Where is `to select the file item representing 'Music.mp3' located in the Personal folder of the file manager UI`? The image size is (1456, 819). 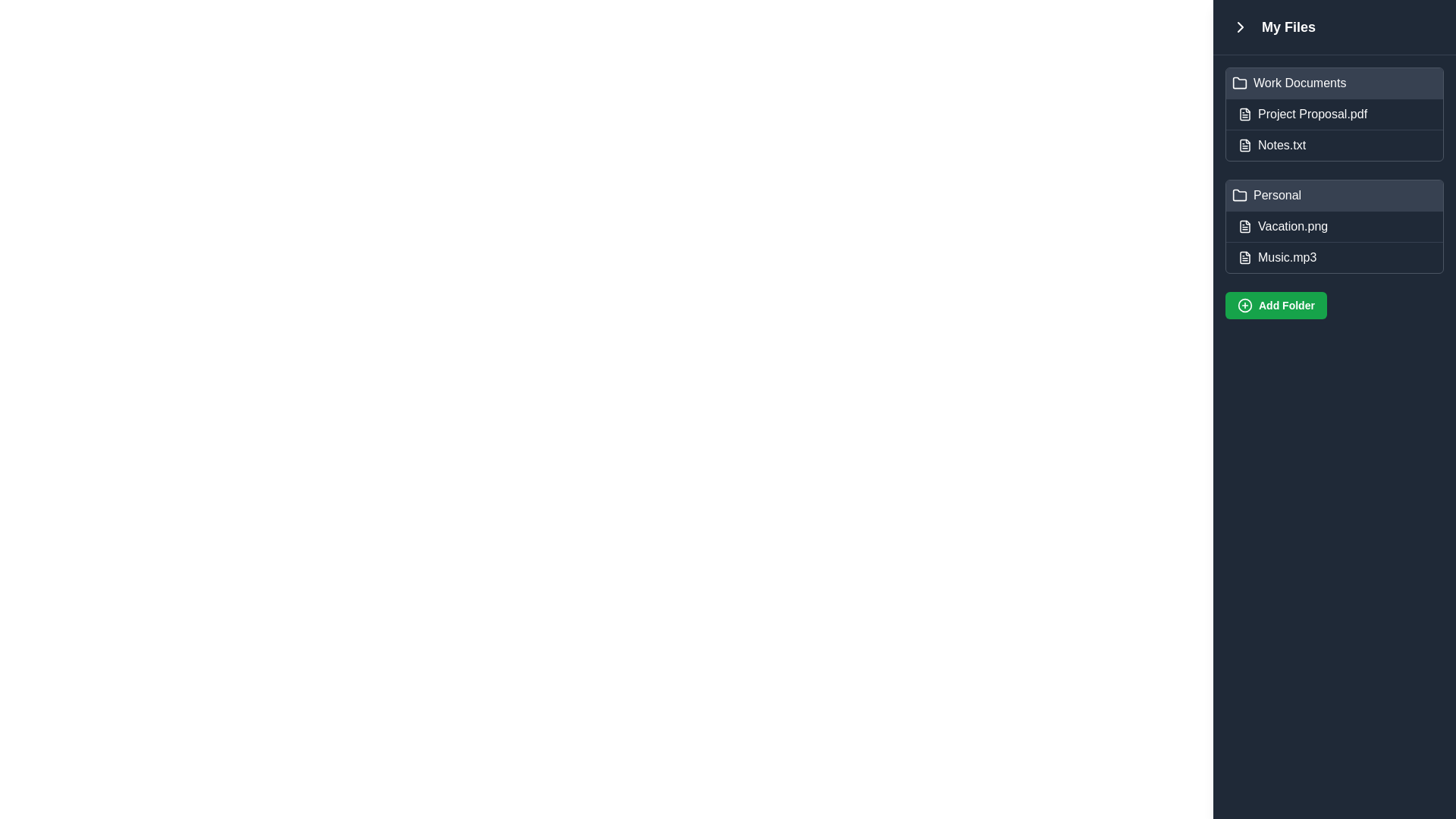 to select the file item representing 'Music.mp3' located in the Personal folder of the file manager UI is located at coordinates (1335, 256).